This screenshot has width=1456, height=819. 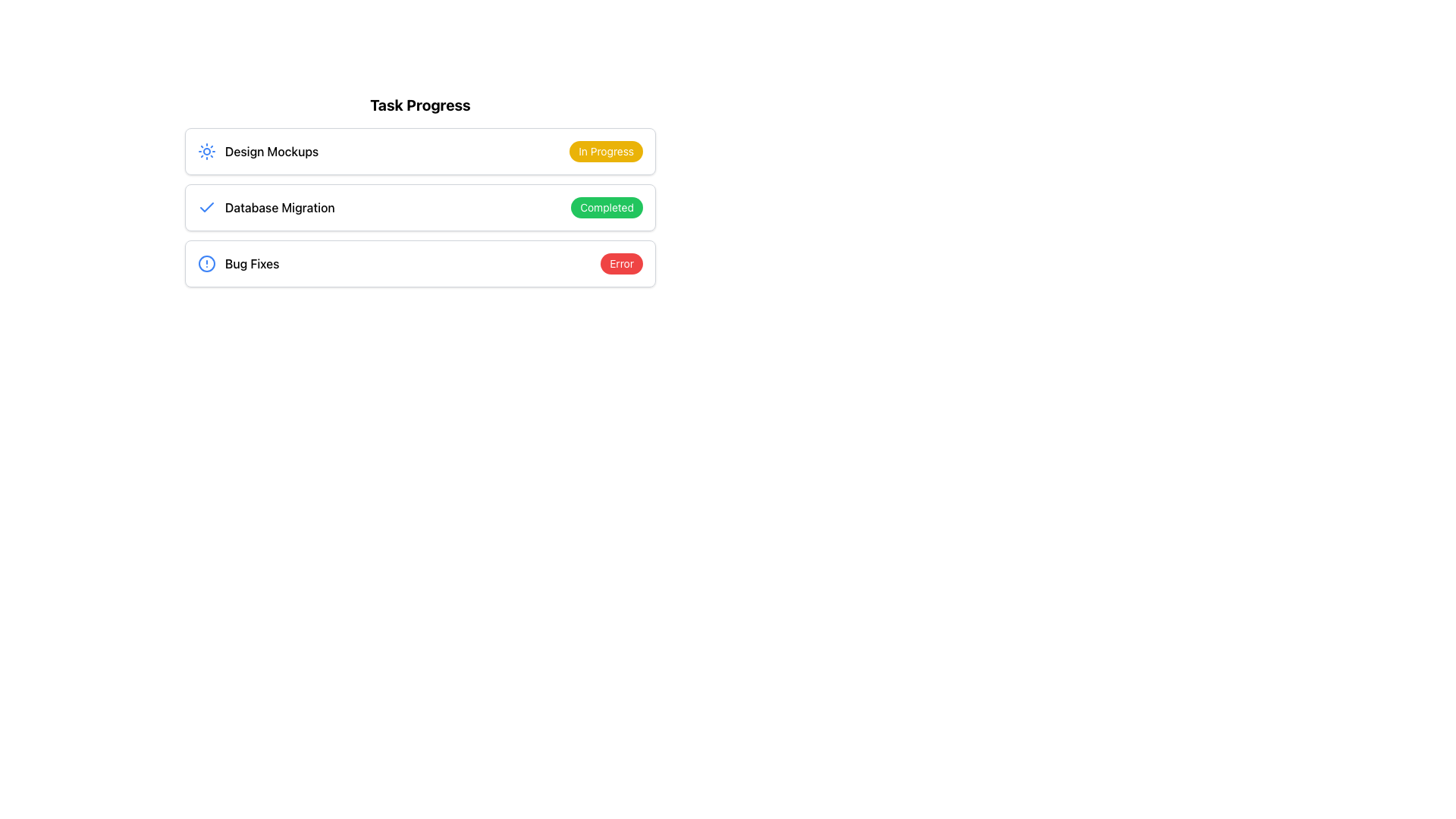 I want to click on the Text label with supplementary icon that serves as the title of a task or issue in the task list, located in the third row and aligned with the red 'Error' label, so click(x=237, y=262).